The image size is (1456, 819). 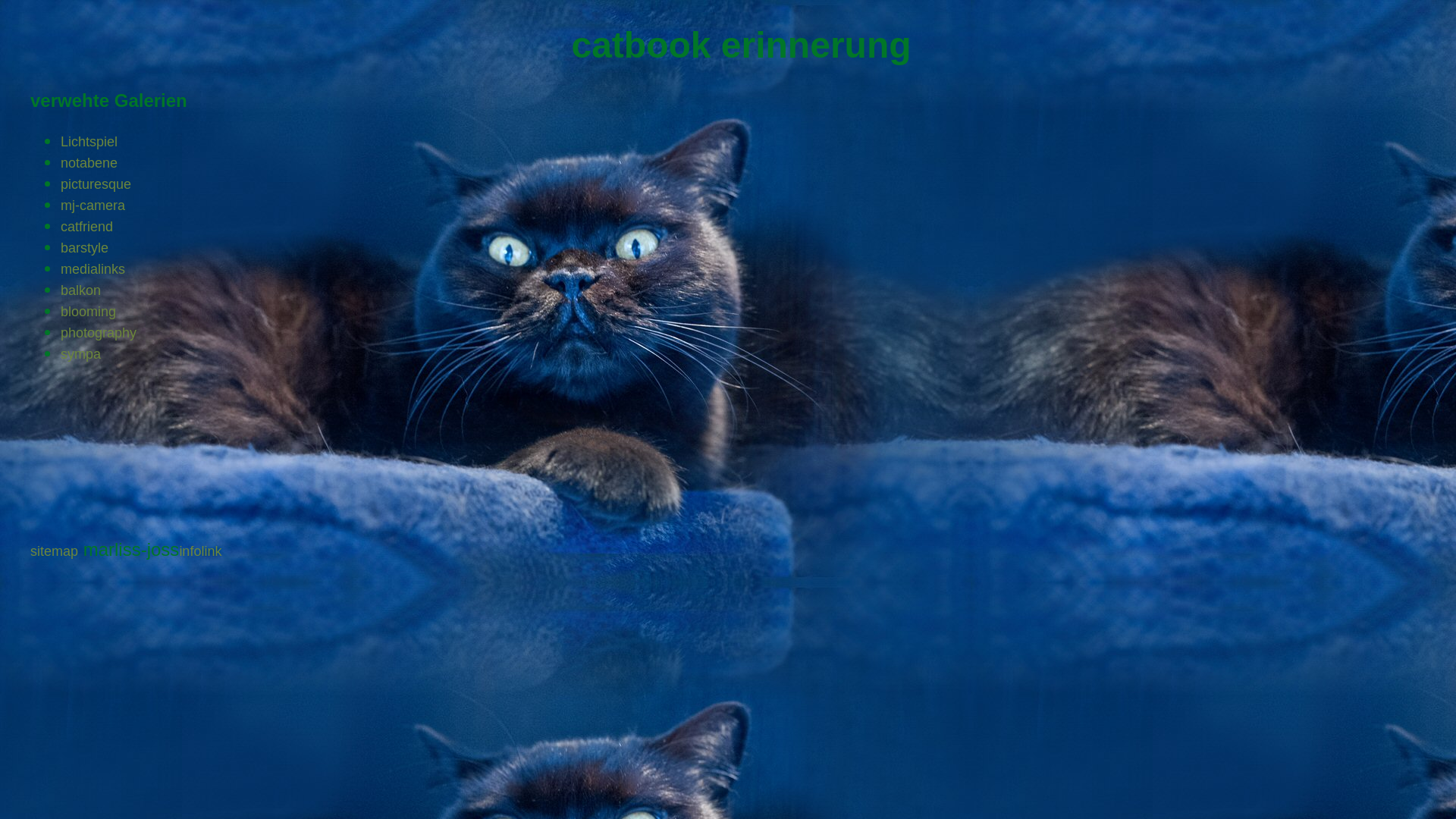 I want to click on 'picturesque', so click(x=95, y=184).